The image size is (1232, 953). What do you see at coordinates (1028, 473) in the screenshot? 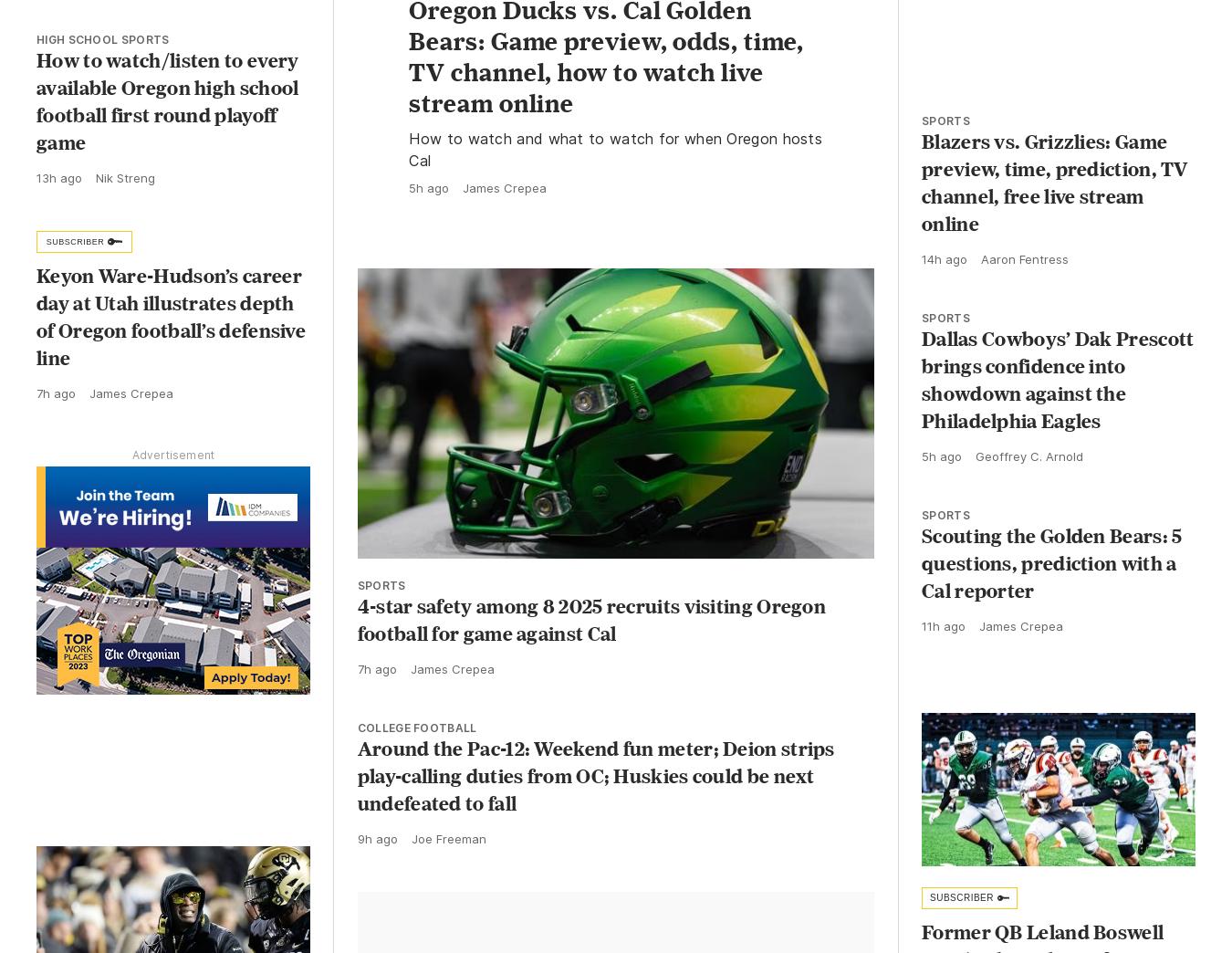
I see `'Geoffrey C. Arnold'` at bounding box center [1028, 473].